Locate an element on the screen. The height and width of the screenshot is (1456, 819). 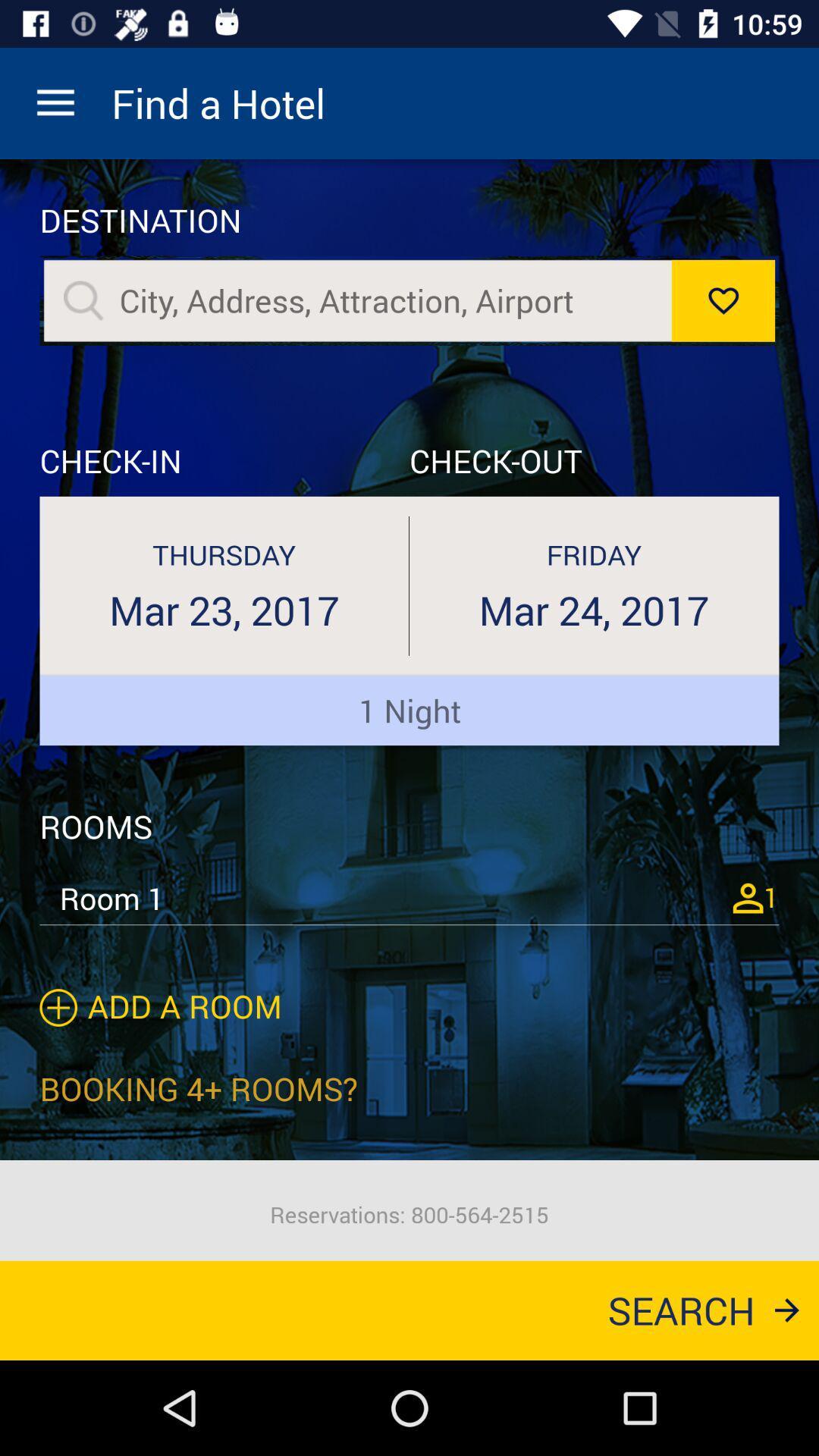
like option is located at coordinates (722, 300).